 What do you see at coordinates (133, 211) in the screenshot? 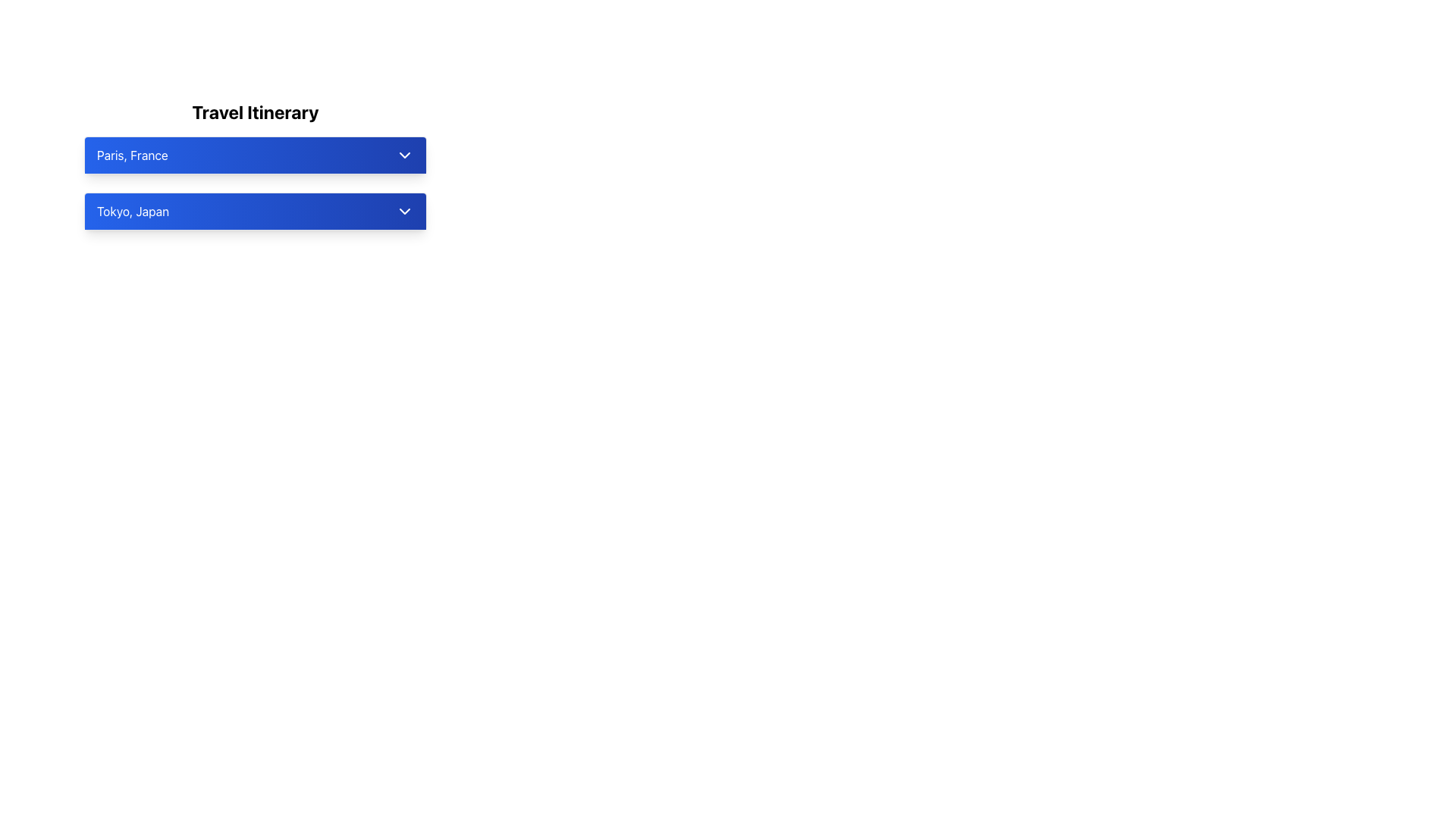
I see `the static text label displaying 'Tokyo, Japan', which is the second entry in the itinerary list of destinations` at bounding box center [133, 211].